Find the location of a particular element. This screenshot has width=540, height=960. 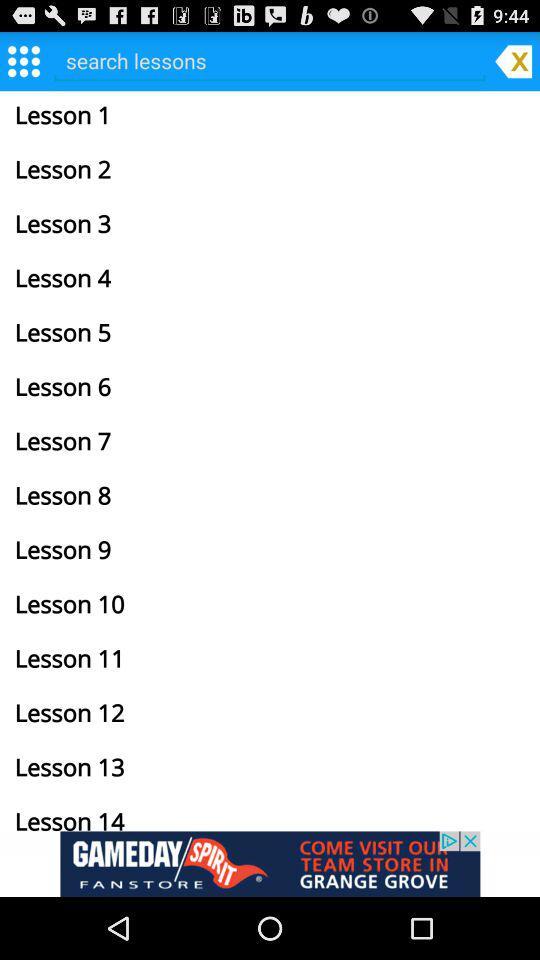

more tools is located at coordinates (22, 59).